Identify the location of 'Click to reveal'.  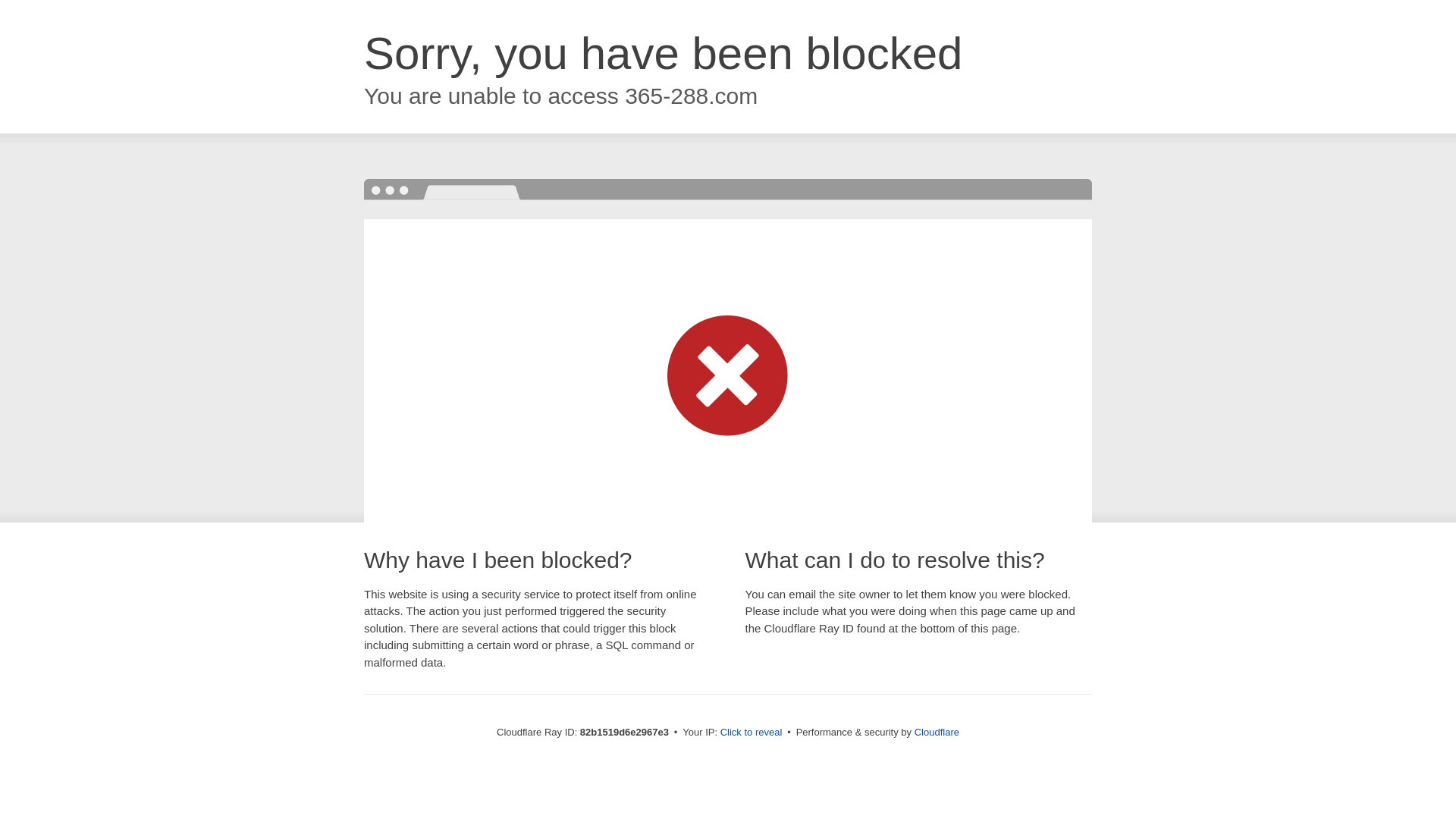
(751, 731).